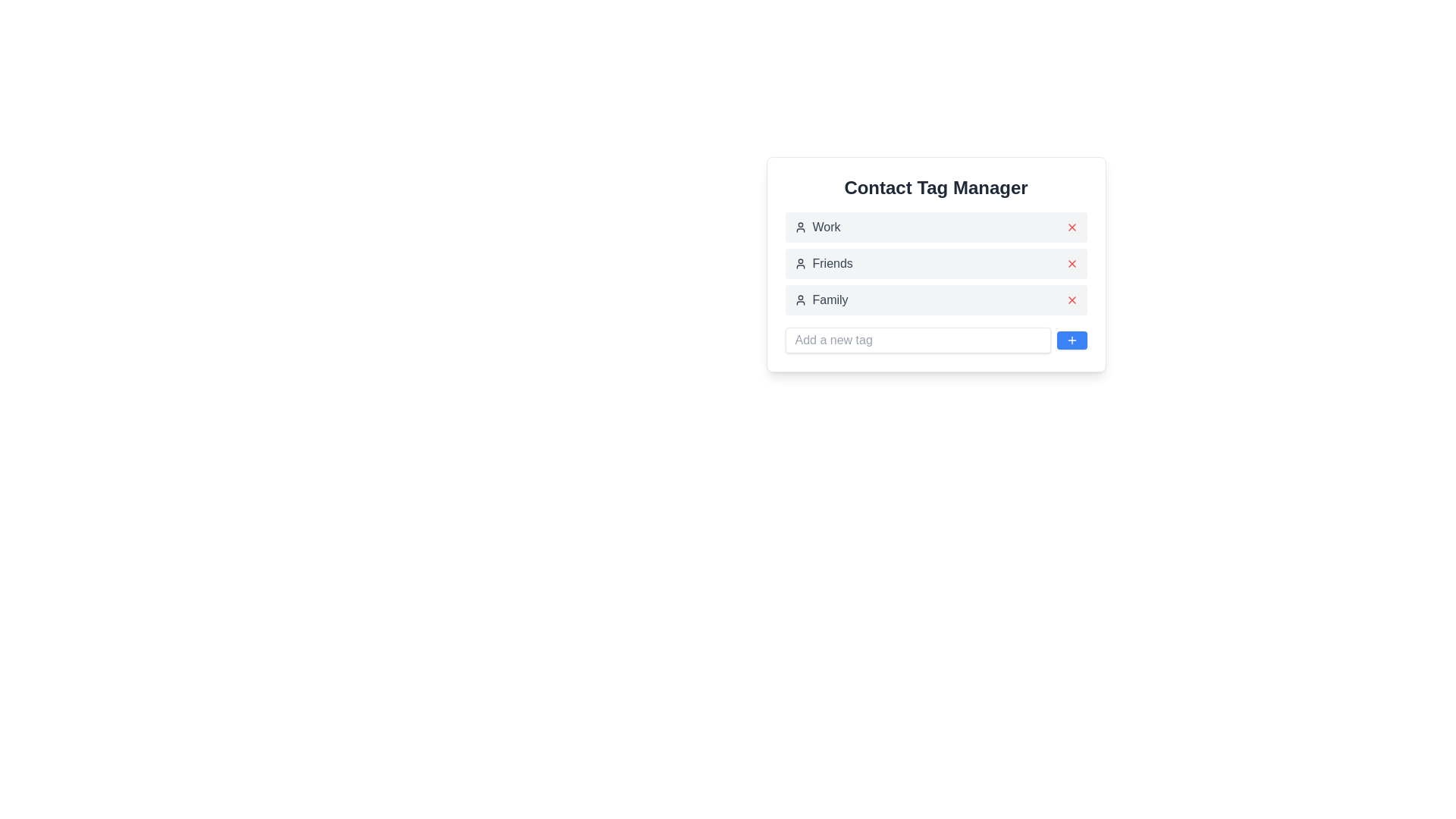 The height and width of the screenshot is (819, 1456). Describe the element at coordinates (1071, 339) in the screenshot. I see `the blue button with a white plus sign icon located at the far right of the input field labeled 'Add a new tag'` at that location.